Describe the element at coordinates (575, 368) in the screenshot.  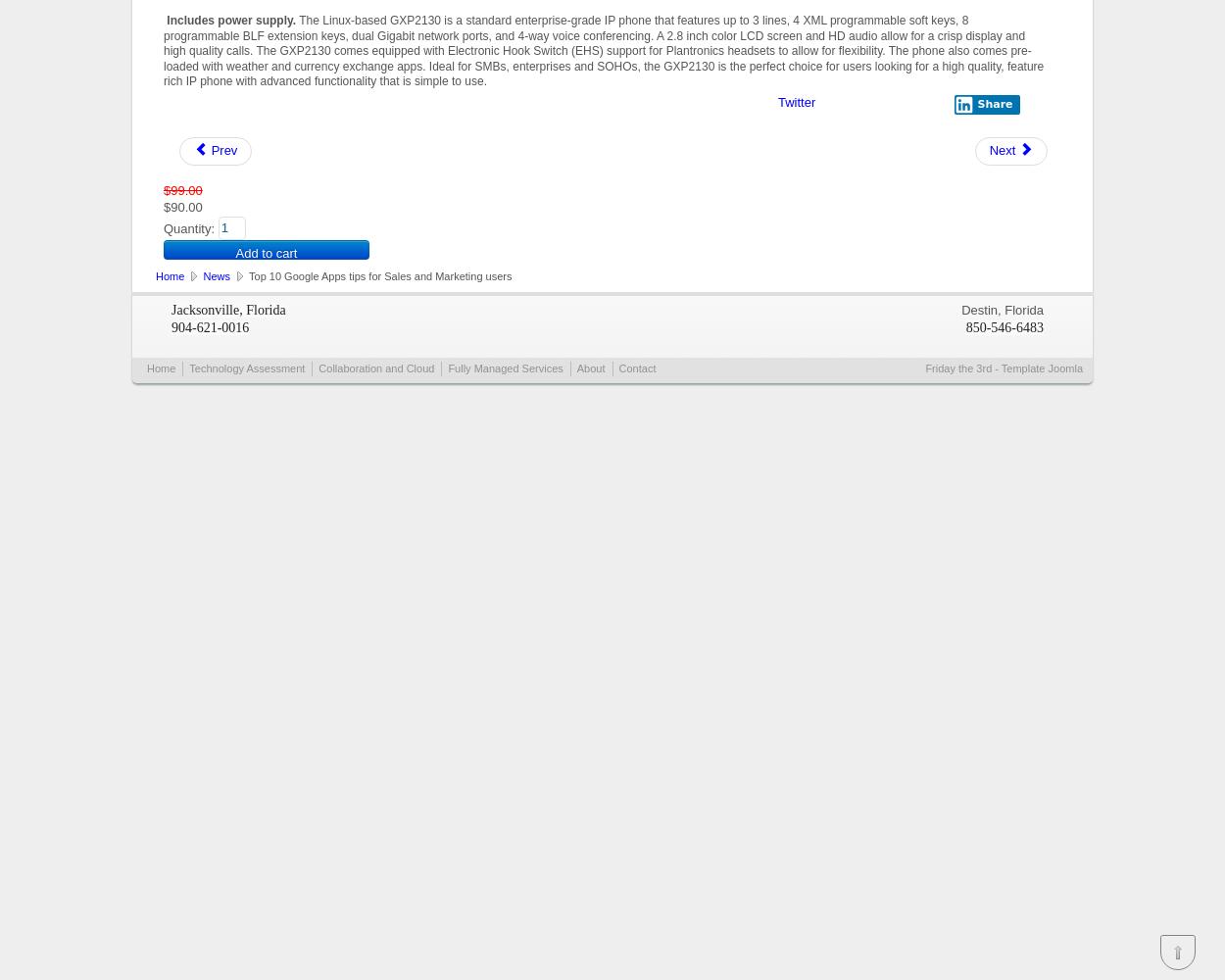
I see `'About'` at that location.